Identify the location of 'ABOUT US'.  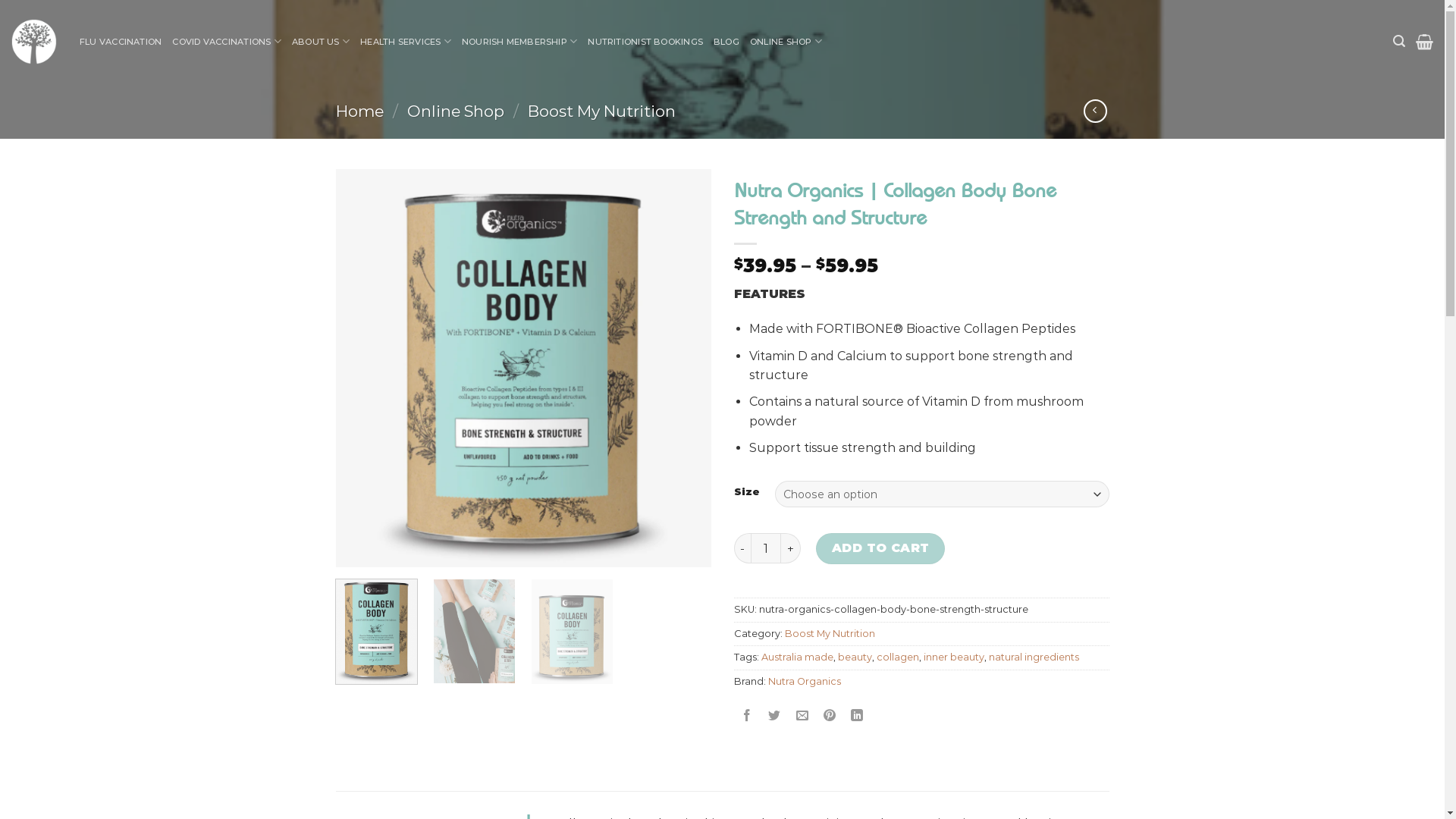
(319, 40).